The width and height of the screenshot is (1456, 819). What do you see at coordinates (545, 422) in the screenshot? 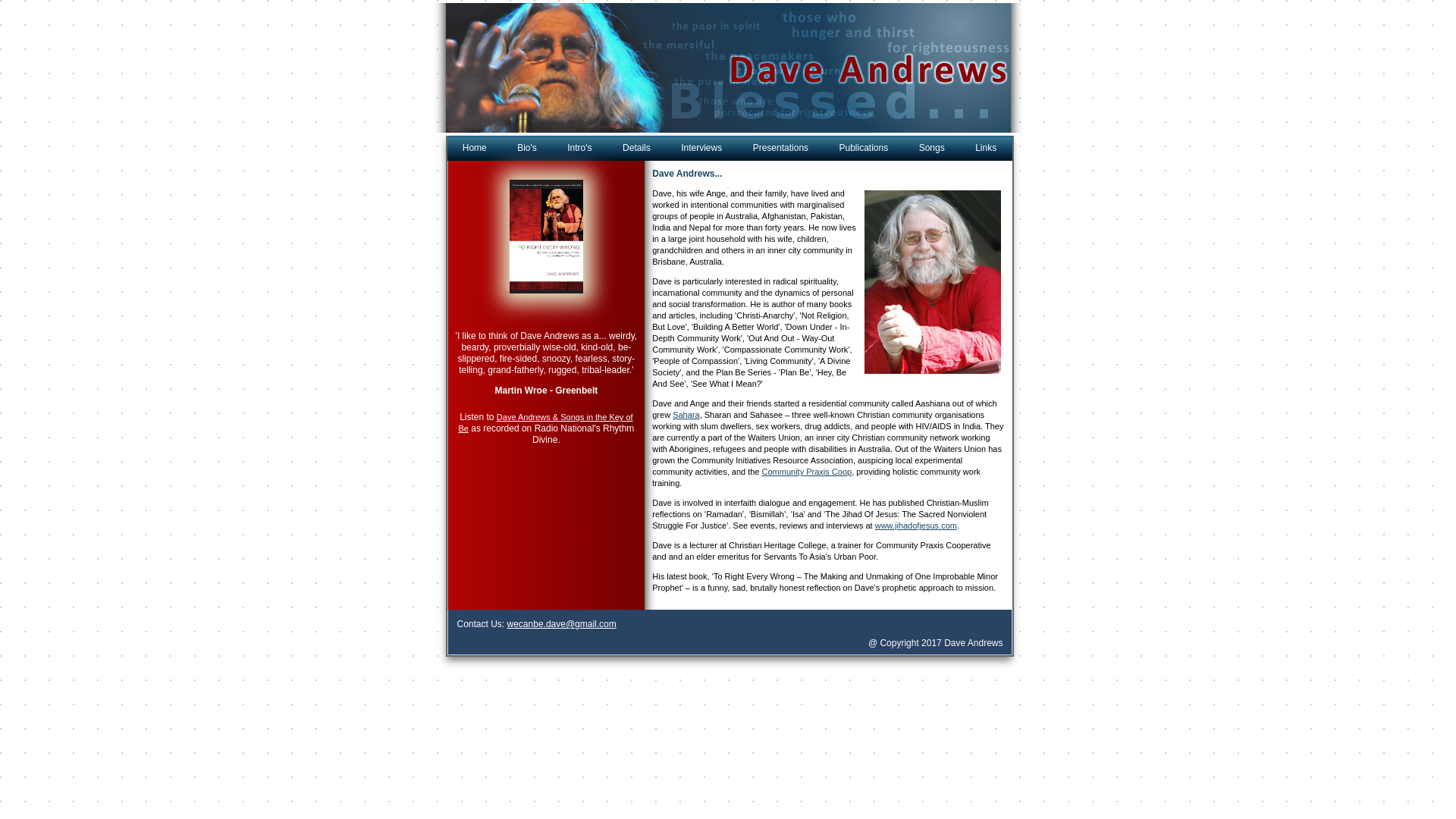
I see `'Dave Andrews & Songs in the Key of Be'` at bounding box center [545, 422].